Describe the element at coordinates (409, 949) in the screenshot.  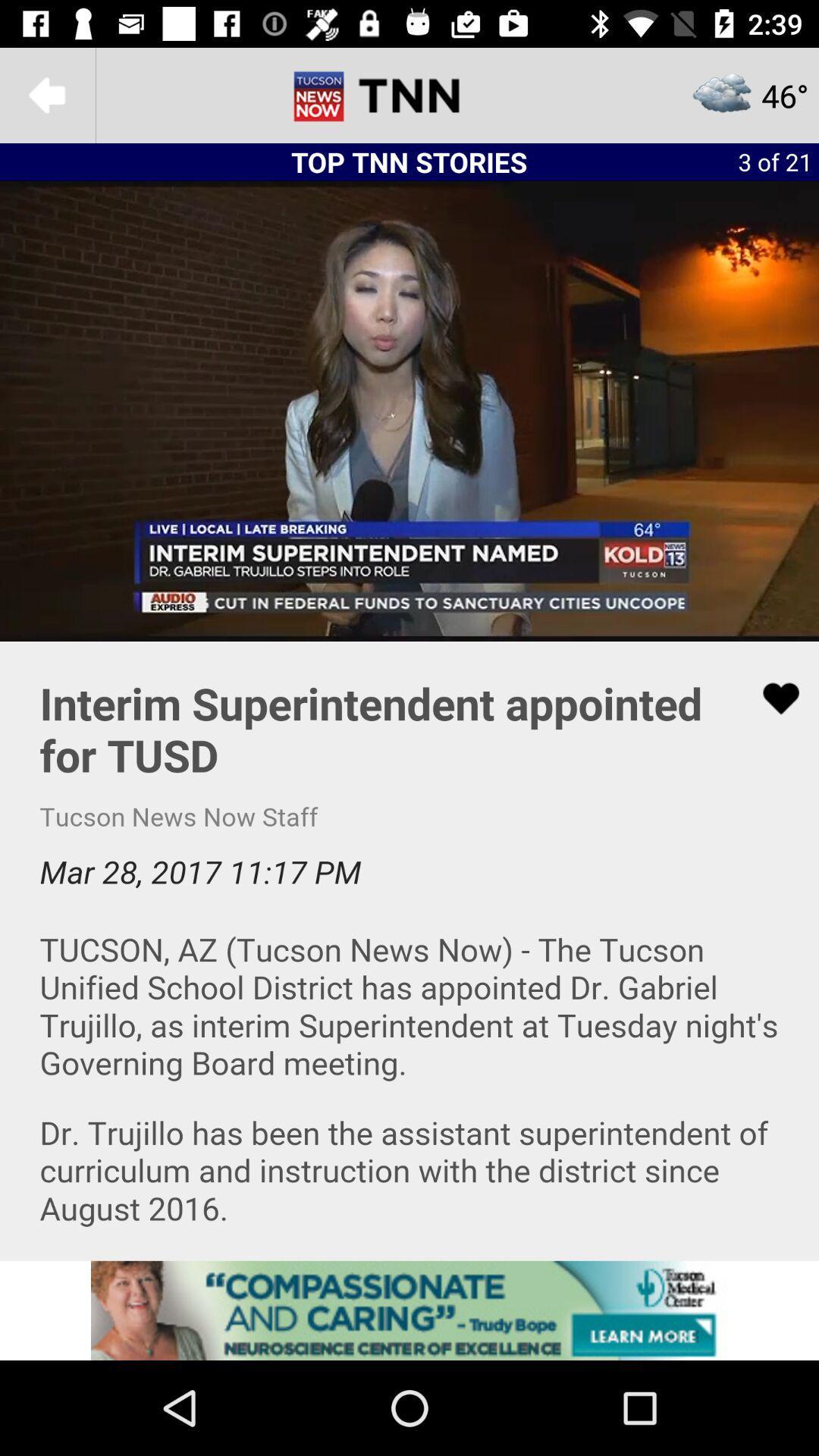
I see `transcript of article` at that location.